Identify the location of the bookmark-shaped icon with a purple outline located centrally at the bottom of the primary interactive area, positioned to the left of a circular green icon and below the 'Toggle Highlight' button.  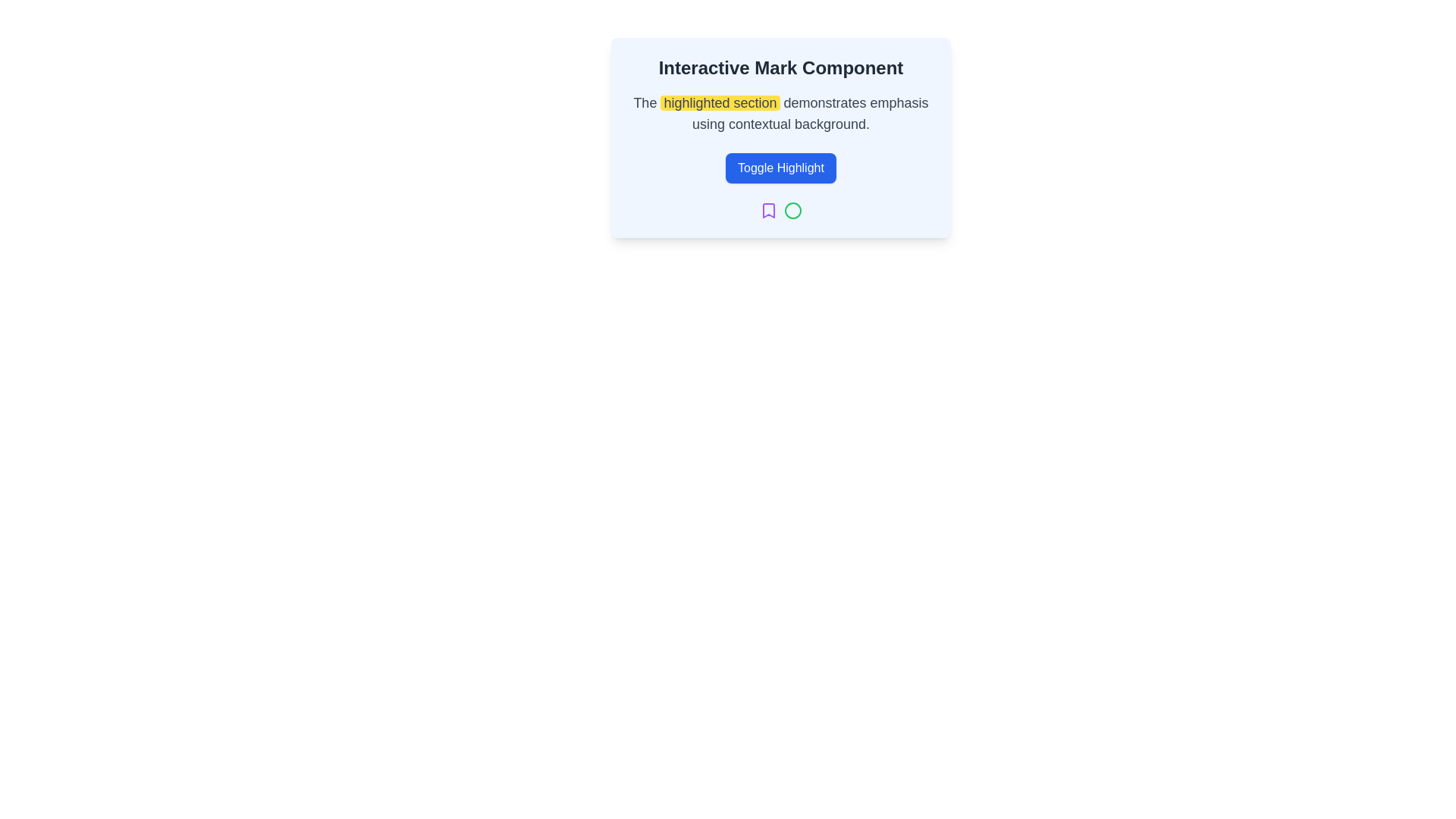
(768, 210).